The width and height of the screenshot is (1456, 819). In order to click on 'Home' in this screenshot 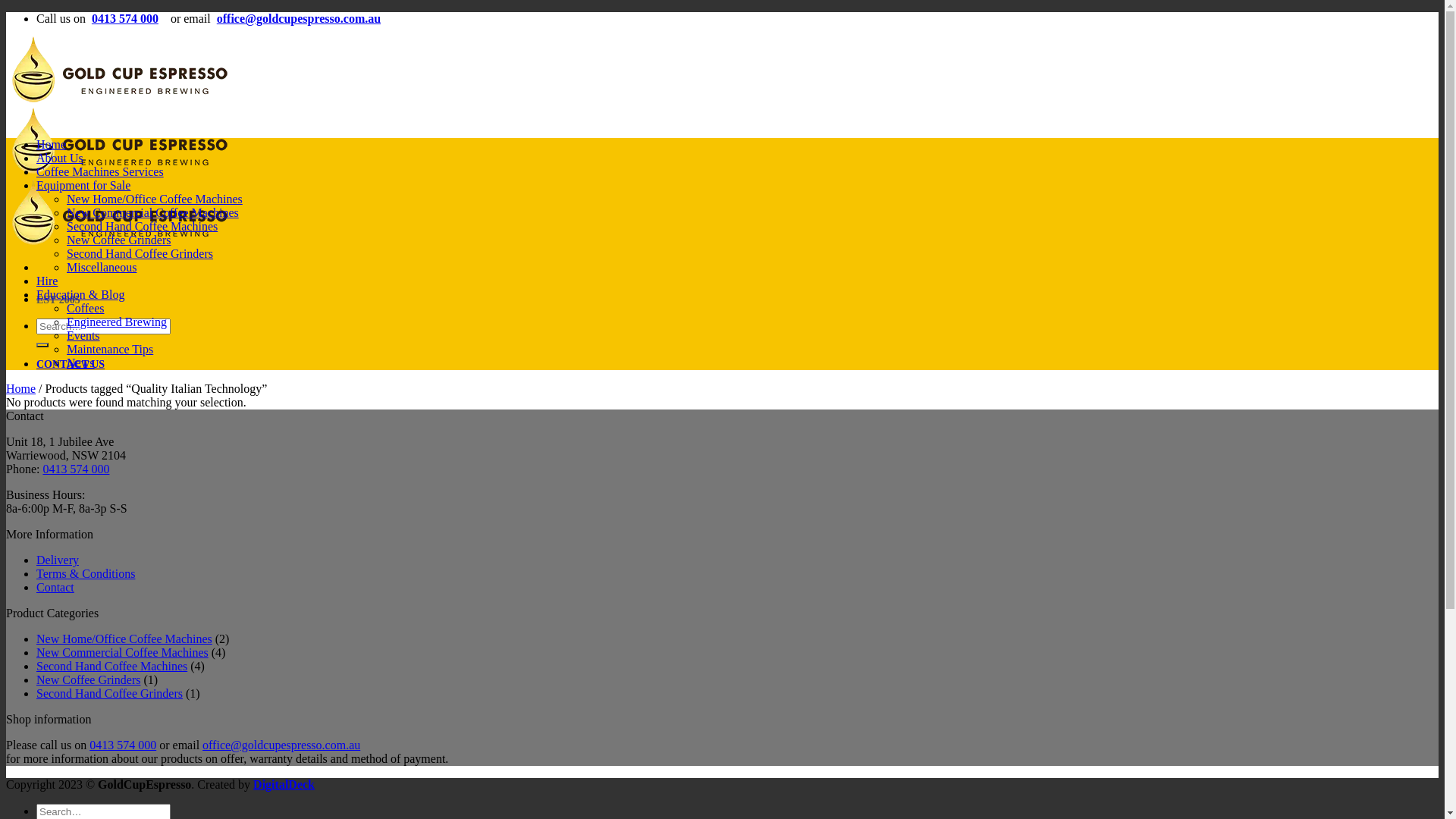, I will do `click(20, 388)`.